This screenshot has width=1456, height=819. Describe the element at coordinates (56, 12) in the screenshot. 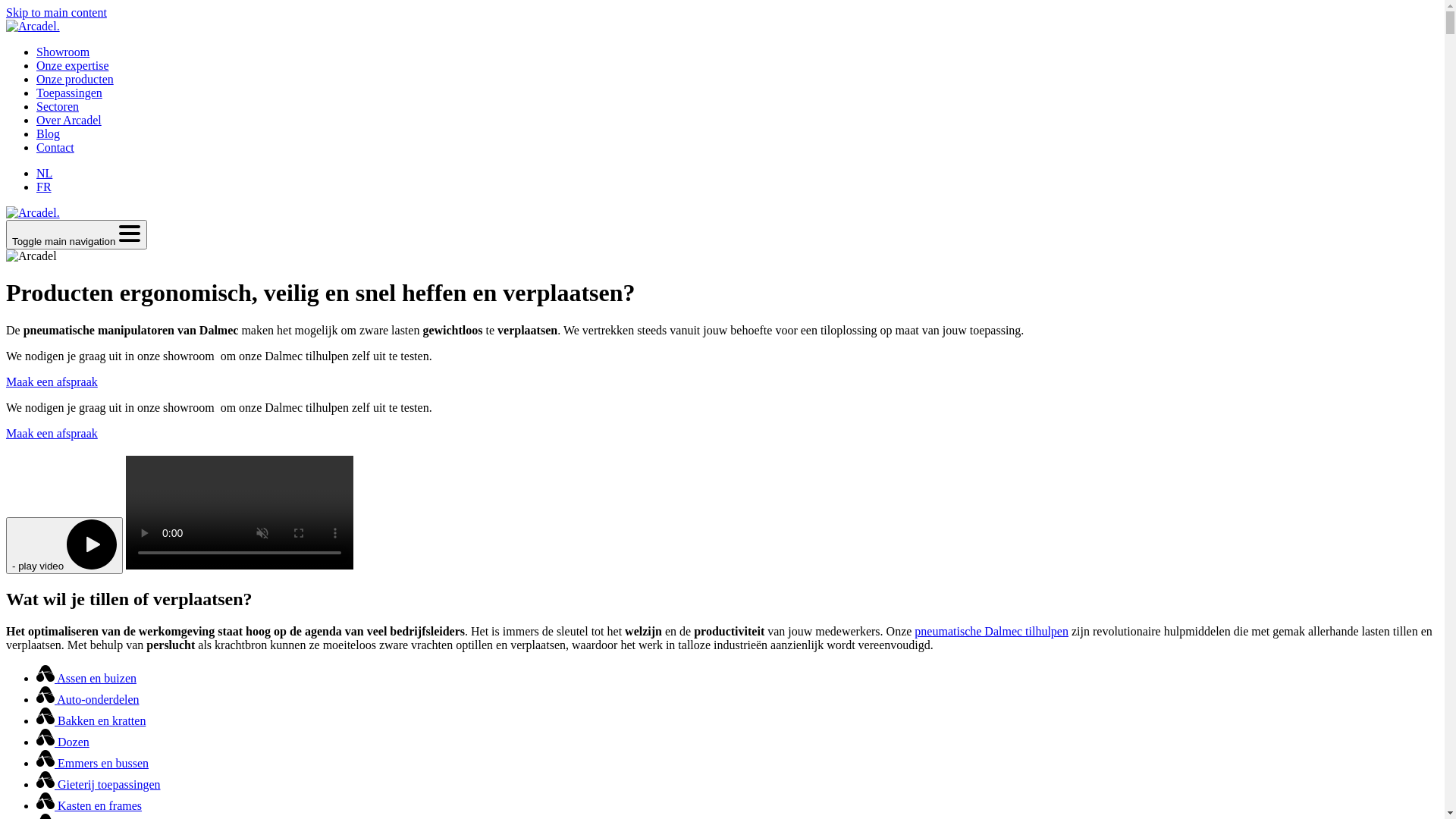

I see `'Skip to main content'` at that location.